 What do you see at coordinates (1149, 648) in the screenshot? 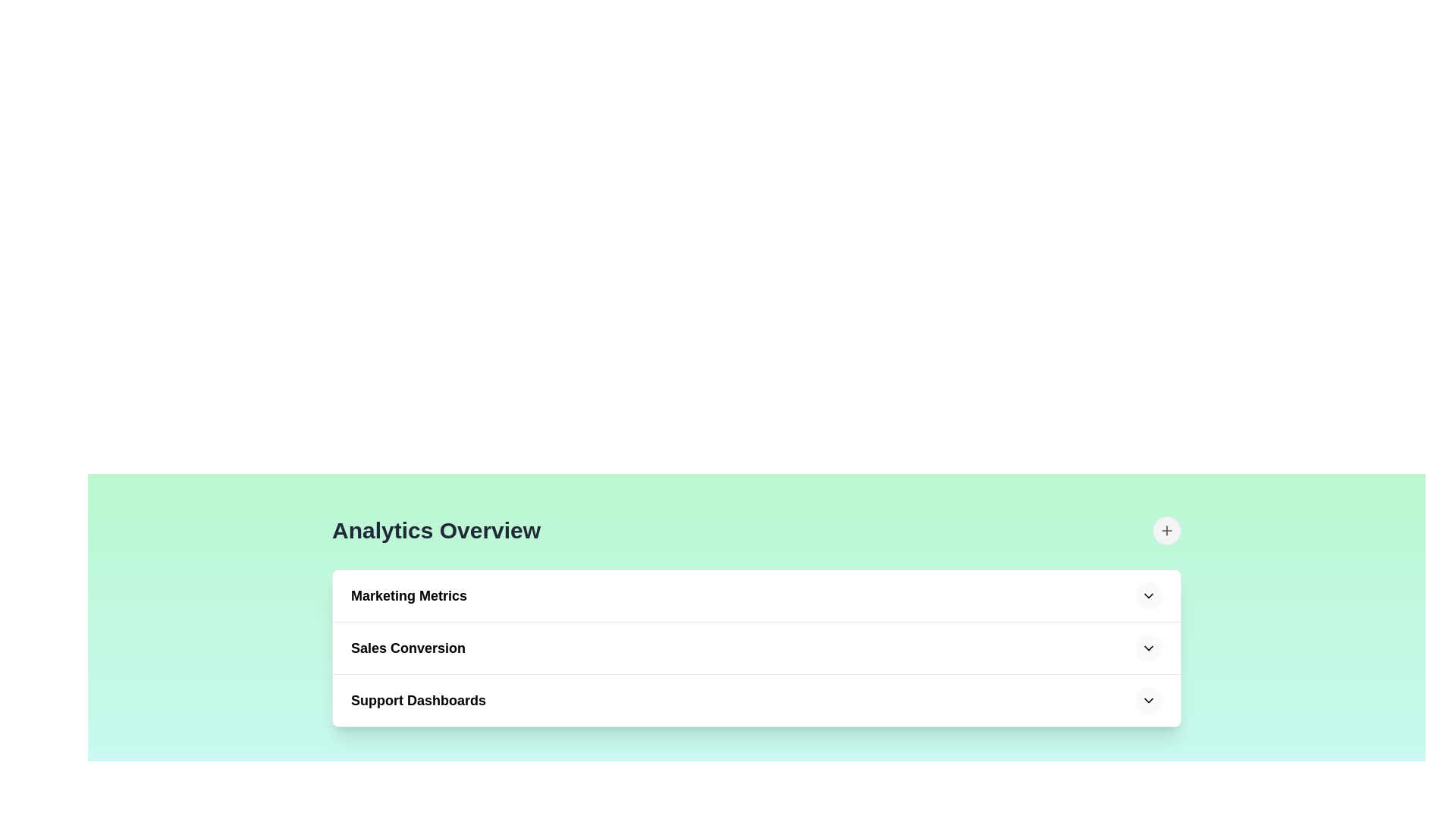
I see `the state of the downward-pointing arrow icon within the button located in the 'Support Dashboards' section, which is aligned to the right of 'Sales Conversion' in the second row, for interaction cues` at bounding box center [1149, 648].